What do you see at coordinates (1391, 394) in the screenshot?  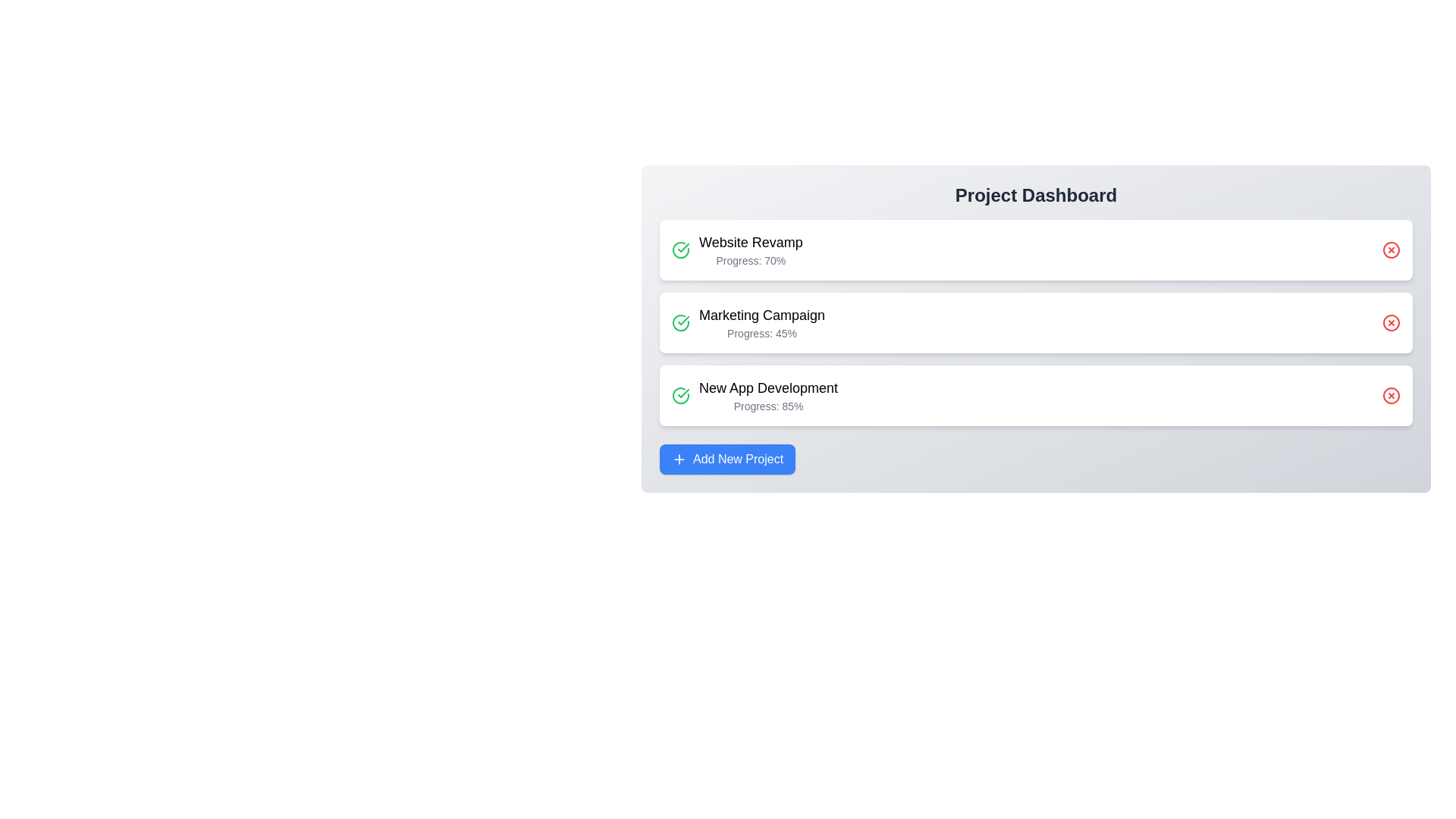 I see `delete button for the project named New App Development` at bounding box center [1391, 394].